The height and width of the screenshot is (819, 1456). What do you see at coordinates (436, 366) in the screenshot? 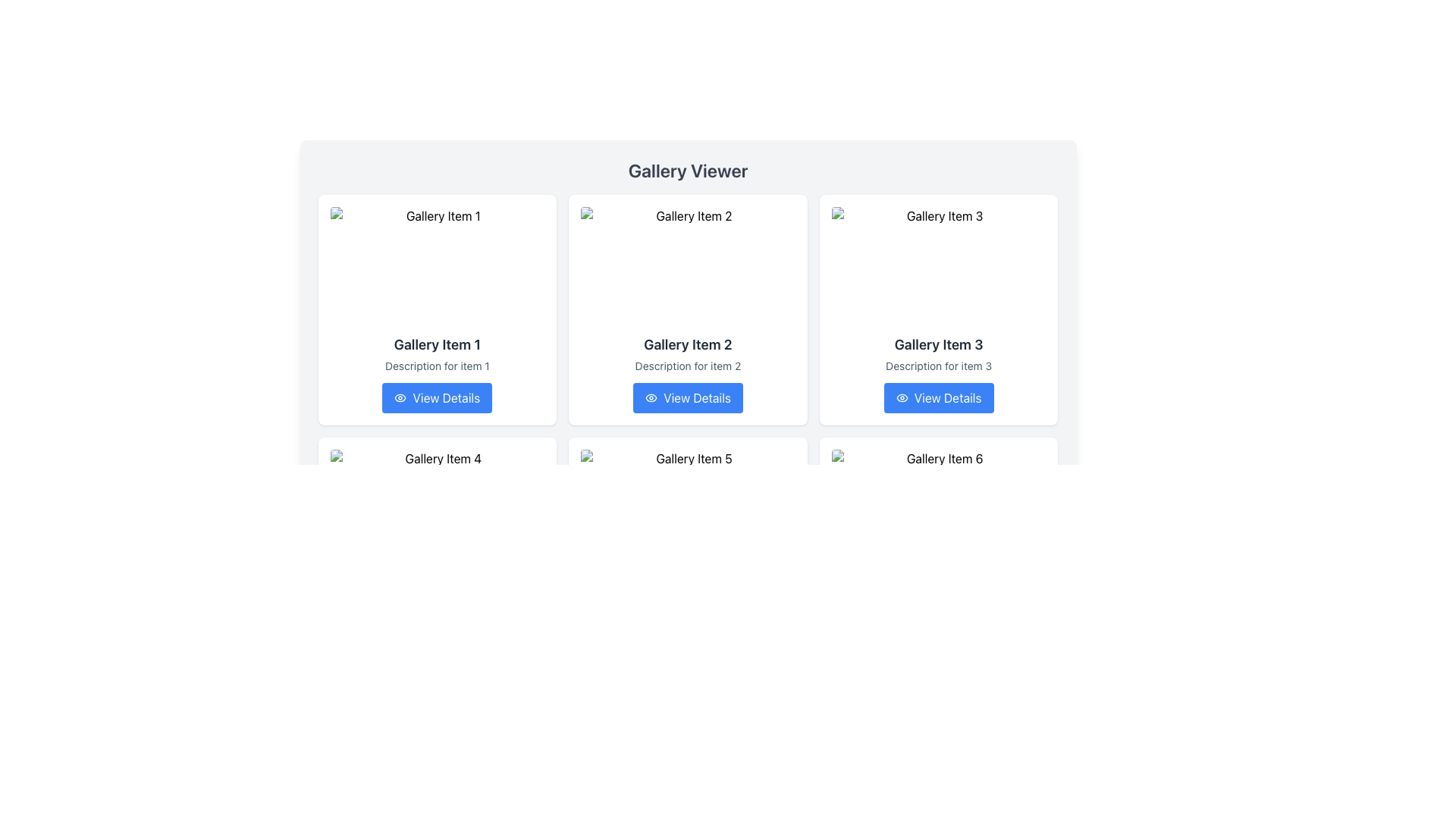
I see `the descriptive text element that provides additional context about 'Gallery Item 1', located below the title and above the 'View Details' button` at bounding box center [436, 366].